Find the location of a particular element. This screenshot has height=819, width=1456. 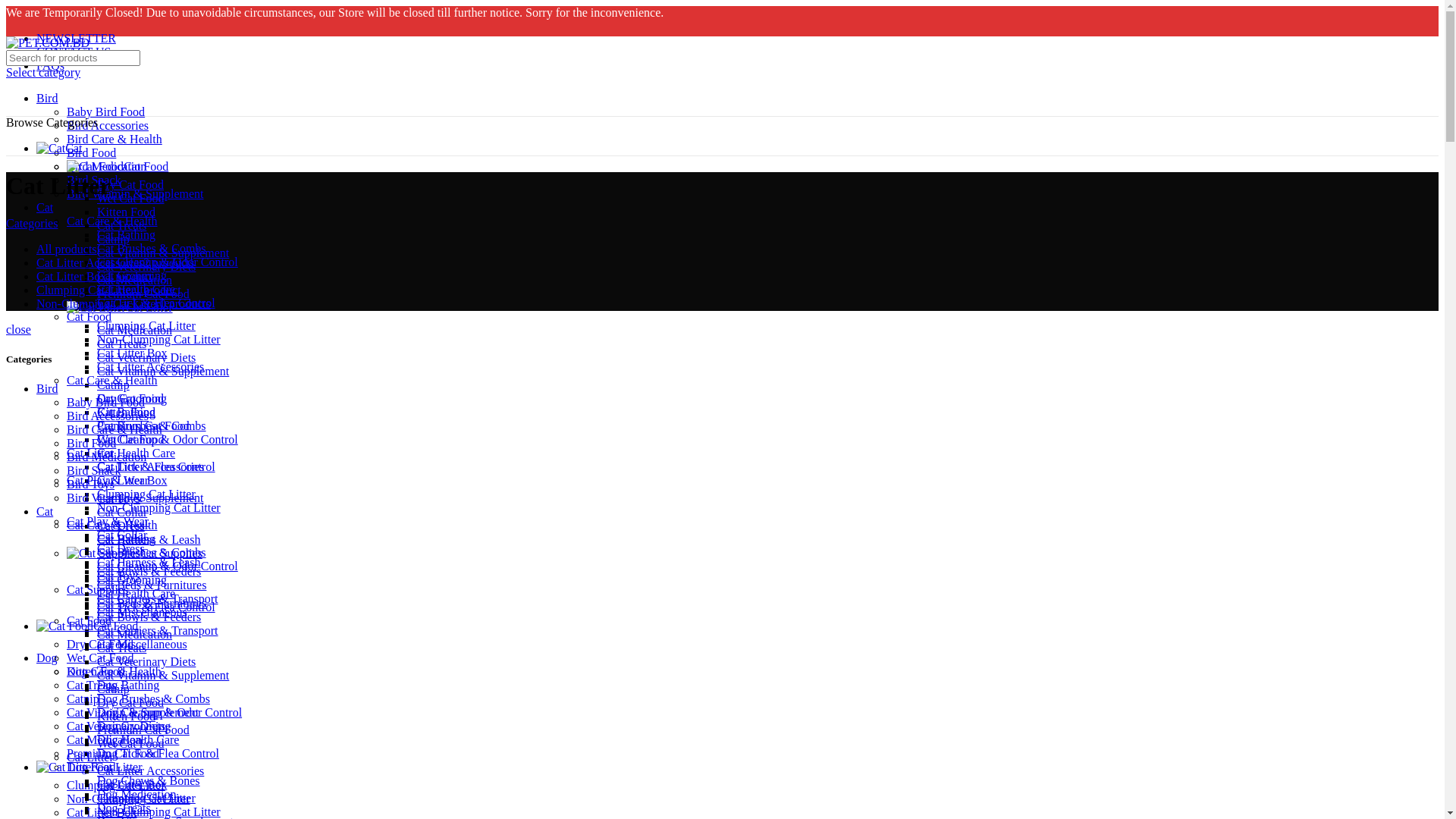

'Cat Toys' is located at coordinates (96, 498).